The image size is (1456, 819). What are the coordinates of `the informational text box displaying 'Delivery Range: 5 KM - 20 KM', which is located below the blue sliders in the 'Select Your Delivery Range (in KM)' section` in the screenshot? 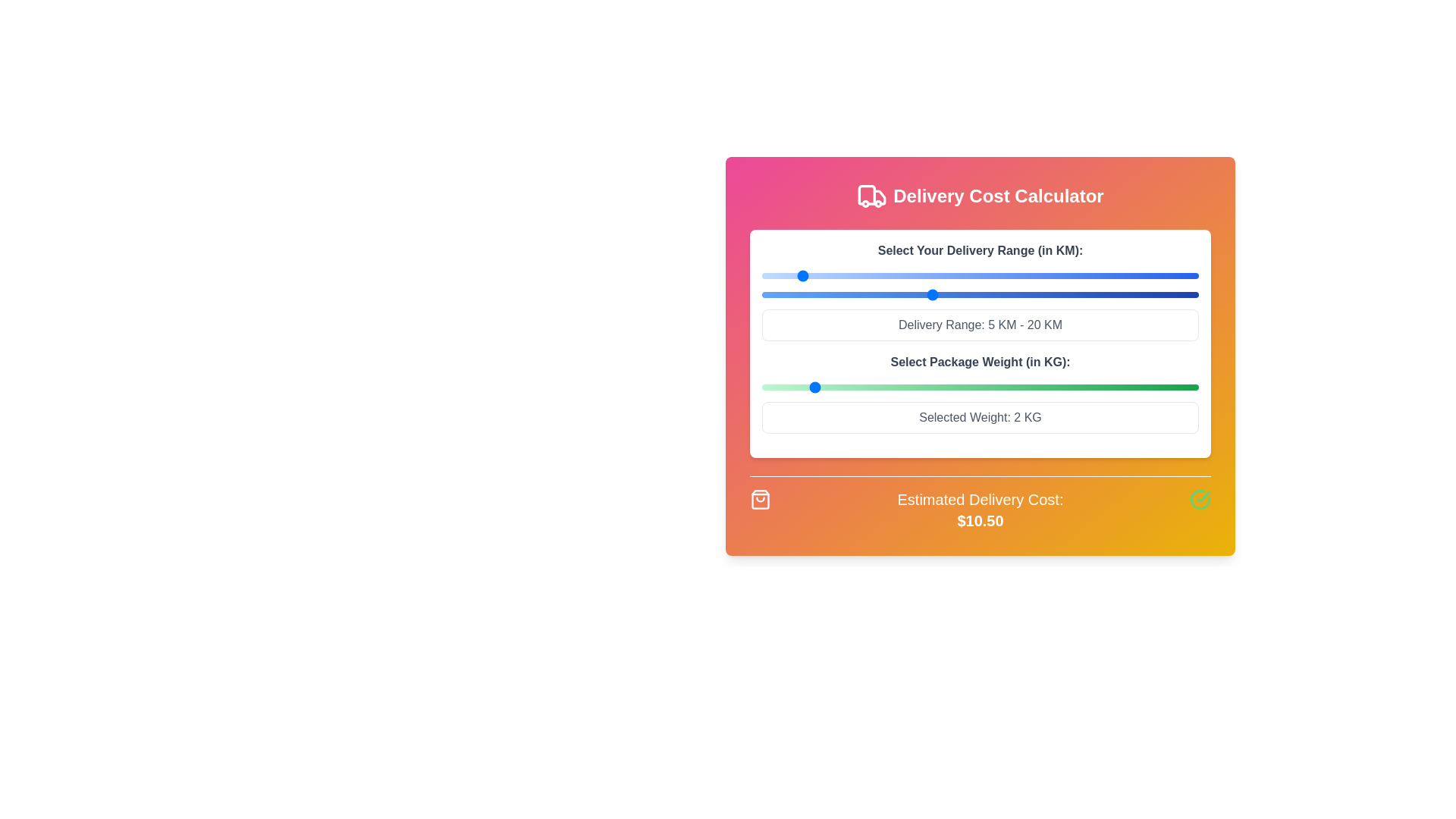 It's located at (980, 324).